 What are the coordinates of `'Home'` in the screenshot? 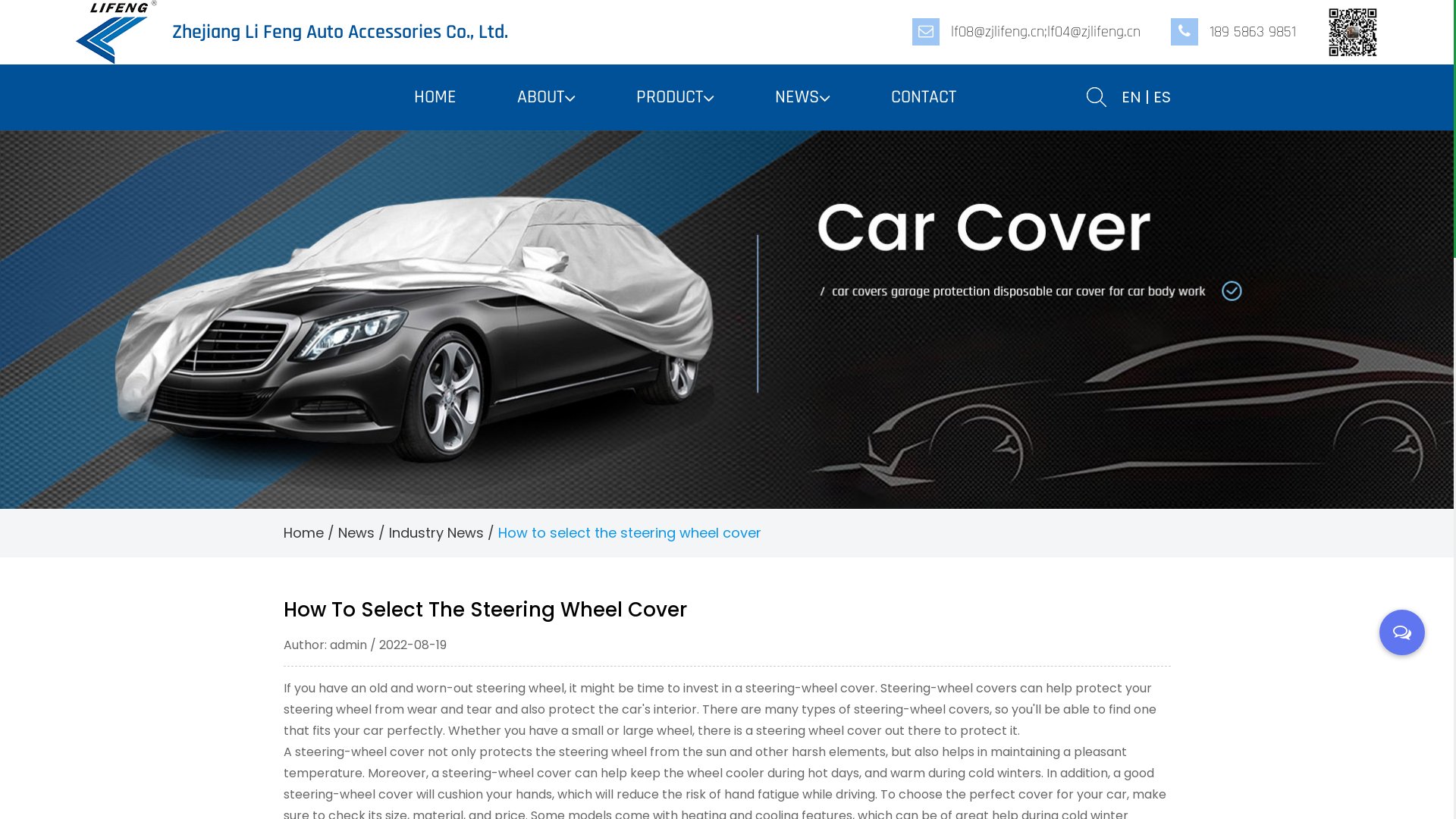 It's located at (303, 532).